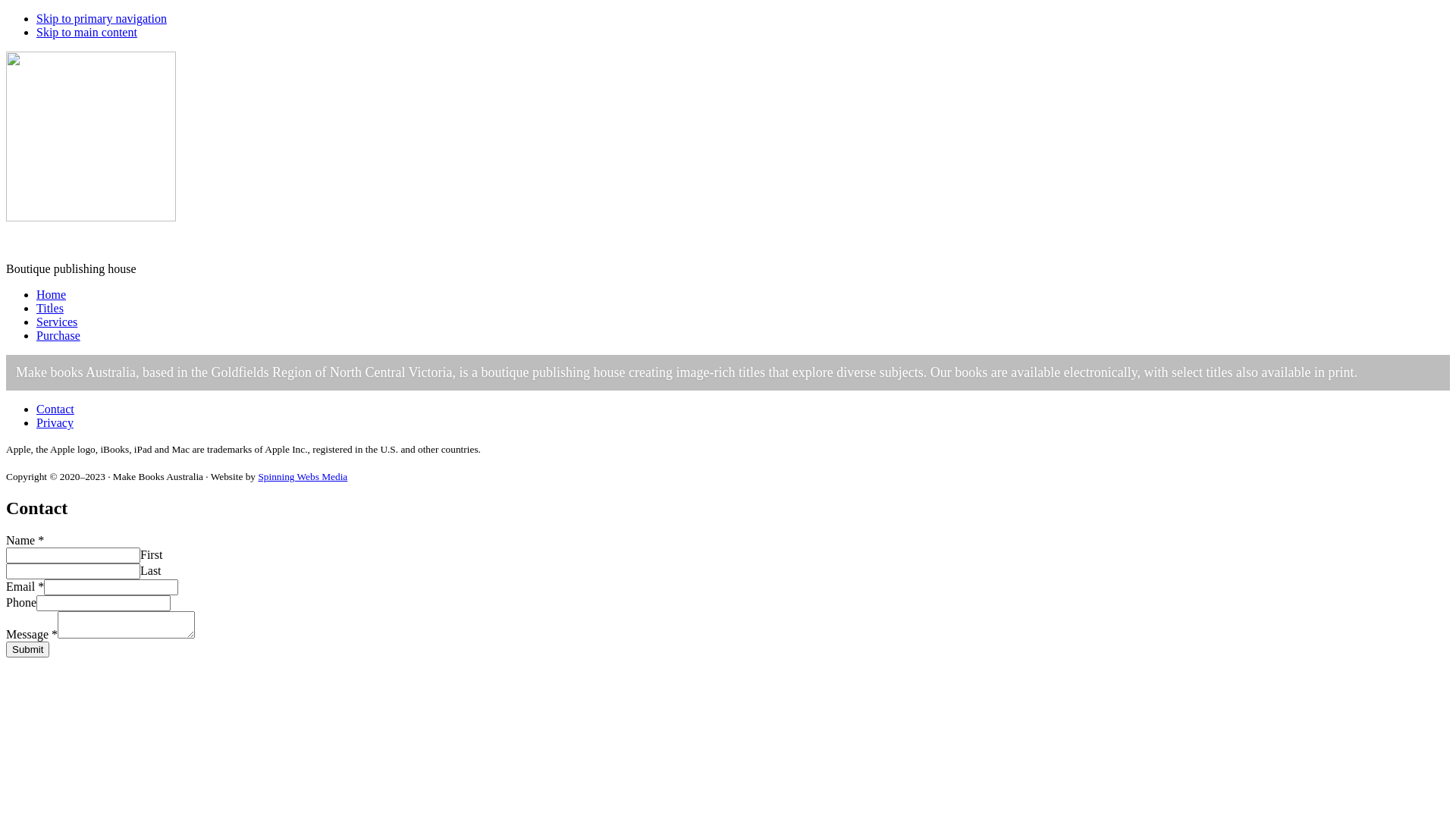 Image resolution: width=1456 pixels, height=819 pixels. Describe the element at coordinates (86, 32) in the screenshot. I see `'Skip to main content'` at that location.